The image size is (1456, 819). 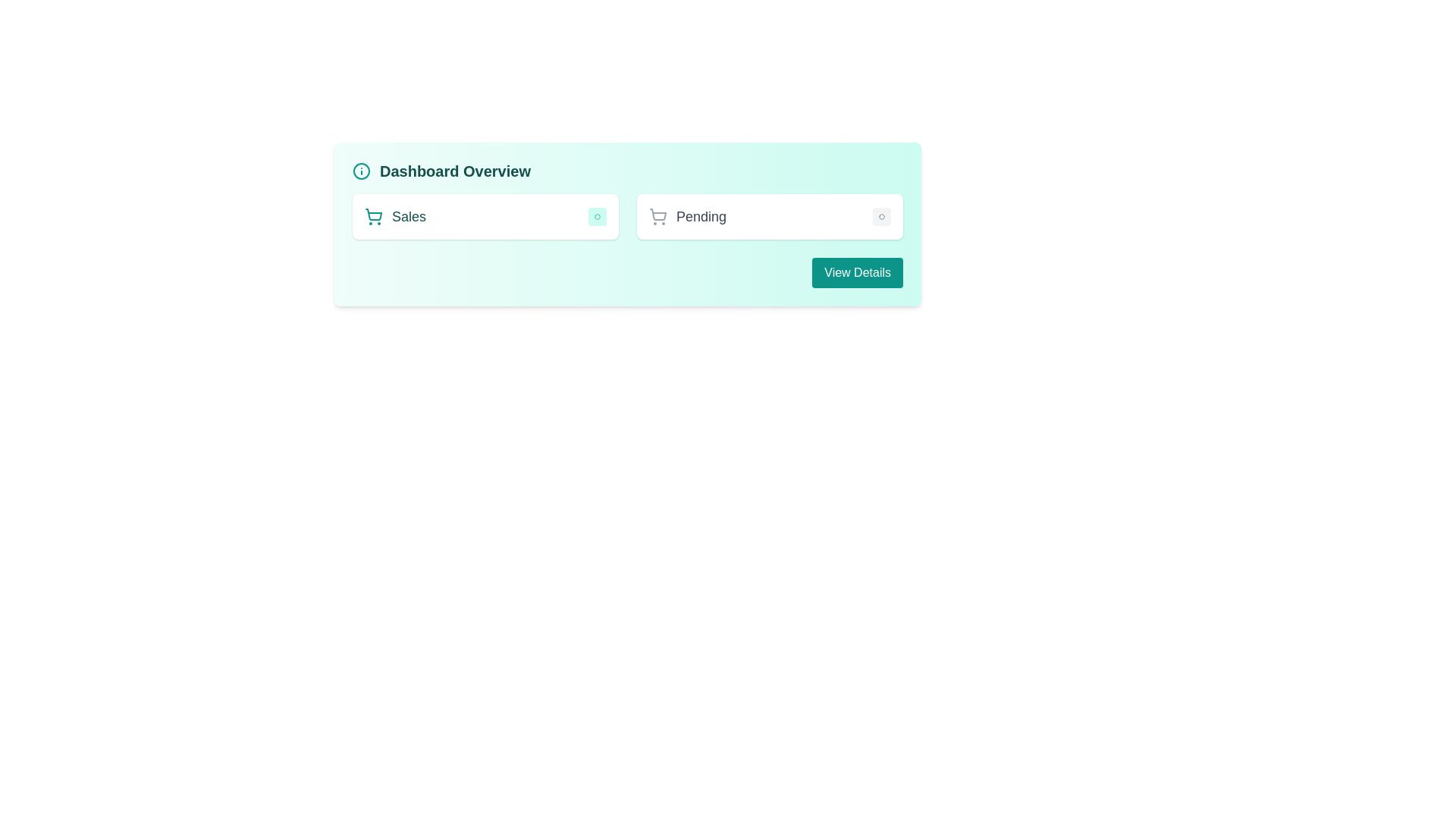 What do you see at coordinates (881, 216) in the screenshot?
I see `the Badge status indicator located in the top-right quadrant of the dashboard card, adjacent to the 'Pending' label and aligned with the 'View Details' button` at bounding box center [881, 216].